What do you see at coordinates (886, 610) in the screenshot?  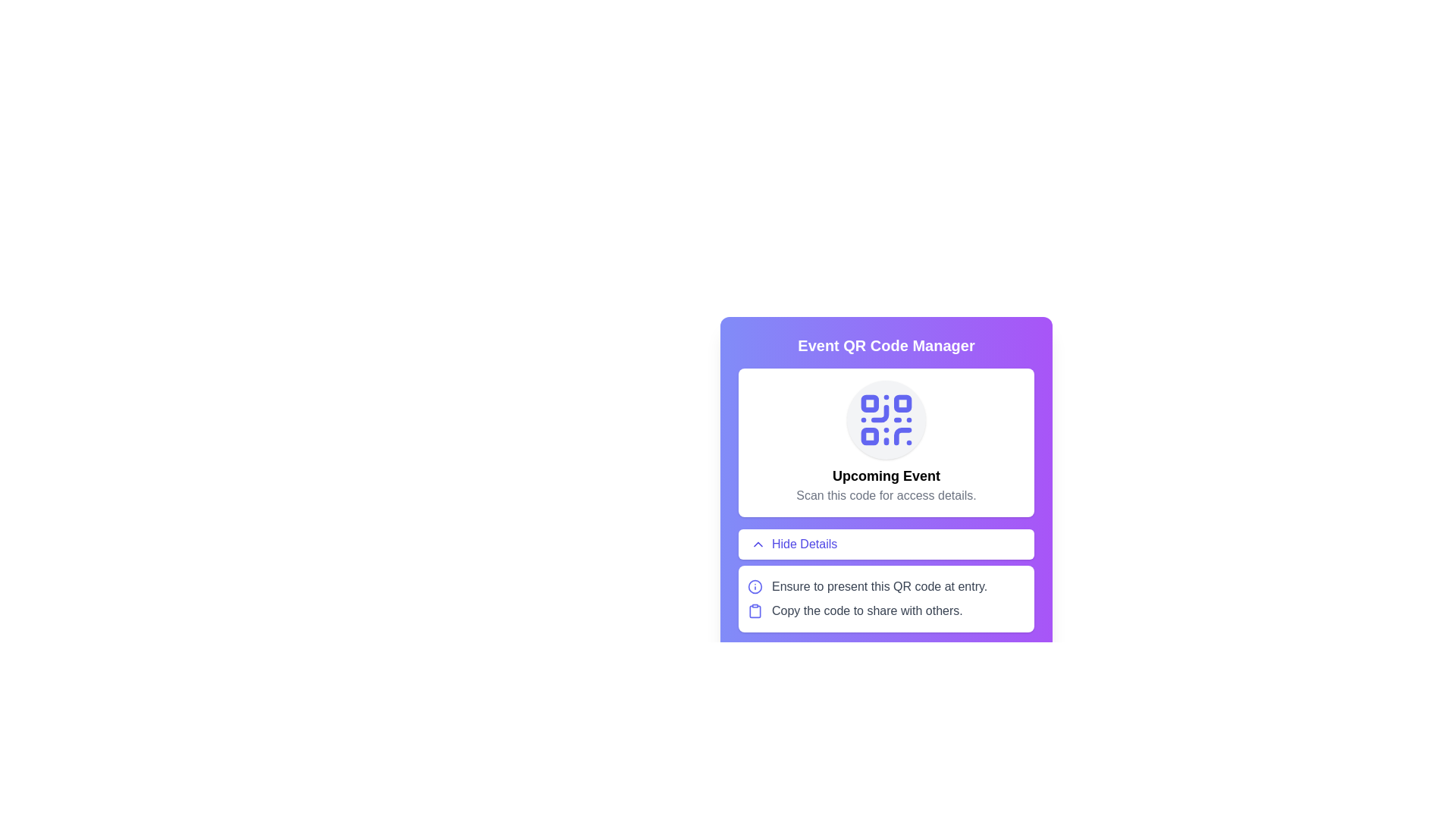 I see `the second item in the vertical list of the Informational section, which provides user instructions related to sharing a code` at bounding box center [886, 610].